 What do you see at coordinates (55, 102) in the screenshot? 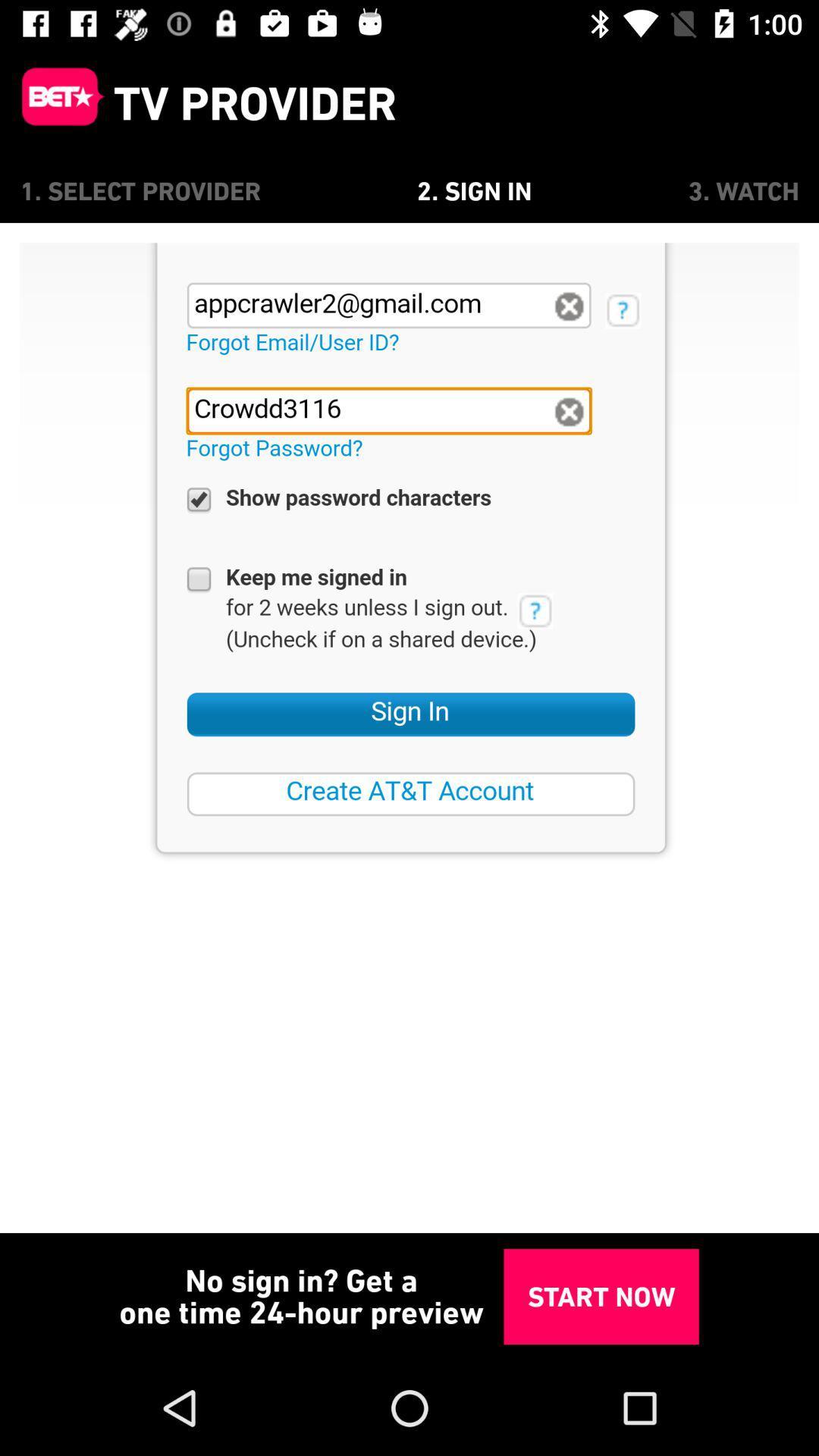
I see `home icon` at bounding box center [55, 102].